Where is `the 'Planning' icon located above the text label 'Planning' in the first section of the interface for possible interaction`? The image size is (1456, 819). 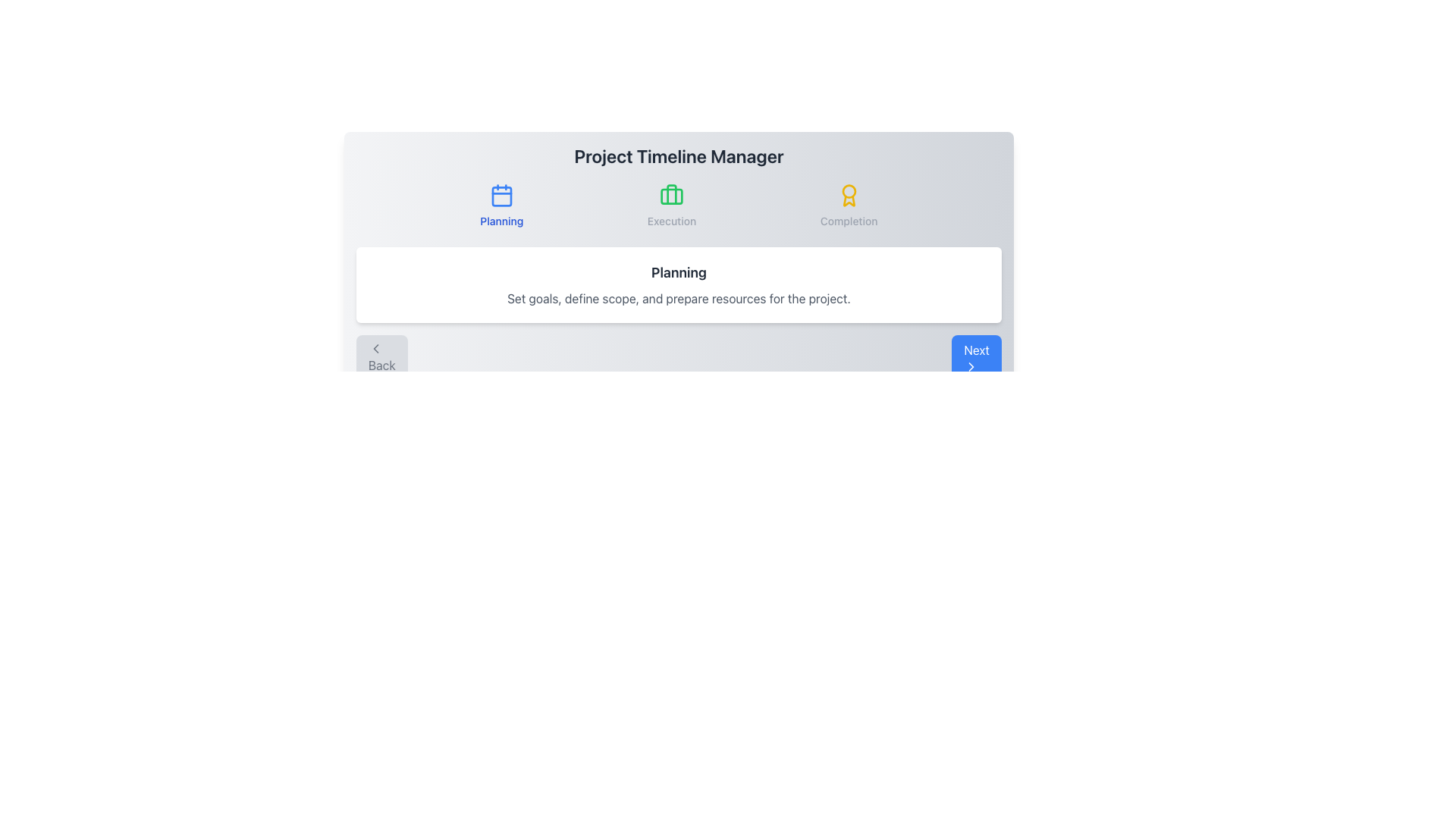 the 'Planning' icon located above the text label 'Planning' in the first section of the interface for possible interaction is located at coordinates (501, 195).